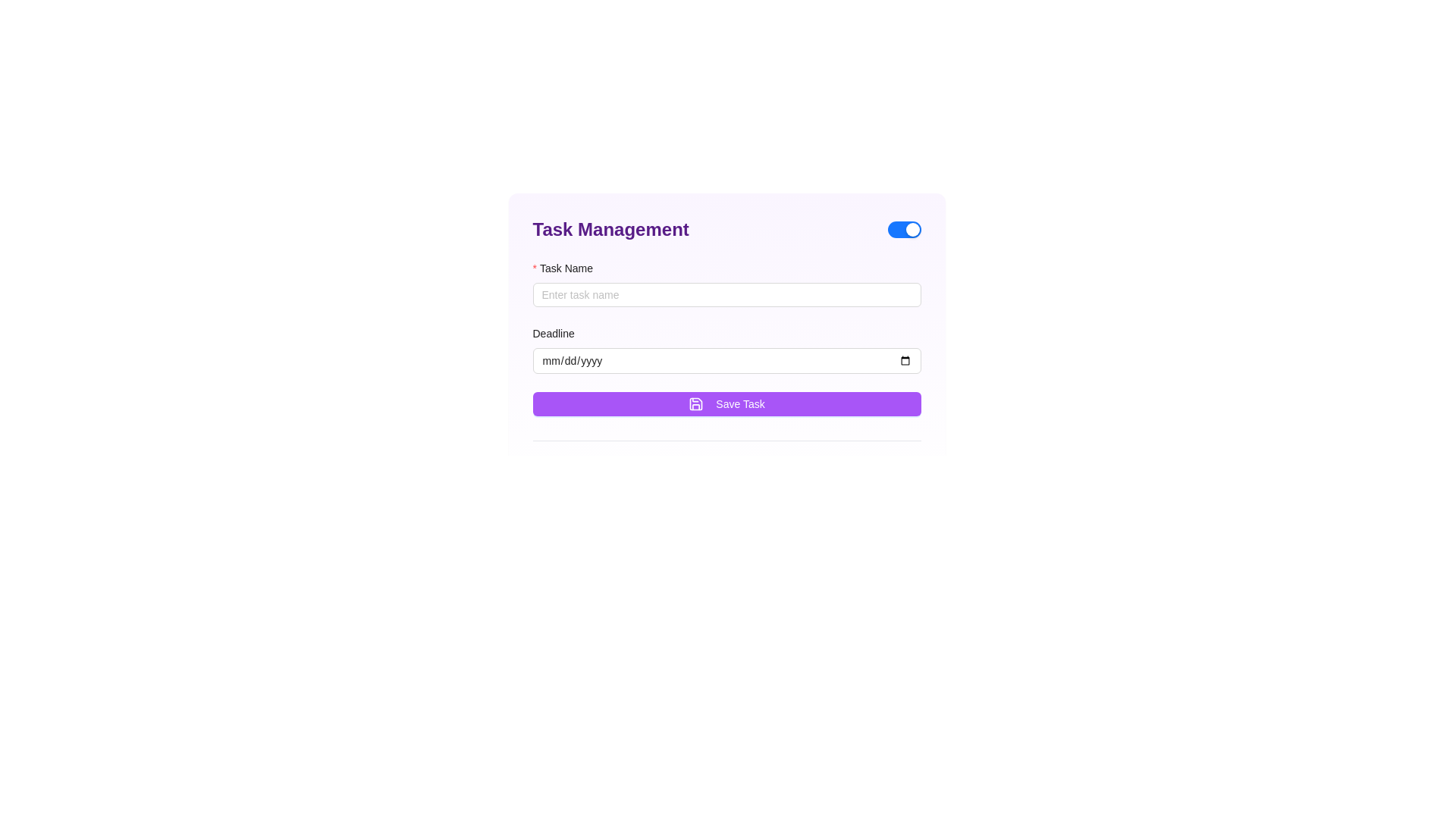 Image resolution: width=1456 pixels, height=819 pixels. I want to click on the decorative SVG icon located adjacent to the 'Save Task' button in the bottom button section of the interface, so click(695, 403).